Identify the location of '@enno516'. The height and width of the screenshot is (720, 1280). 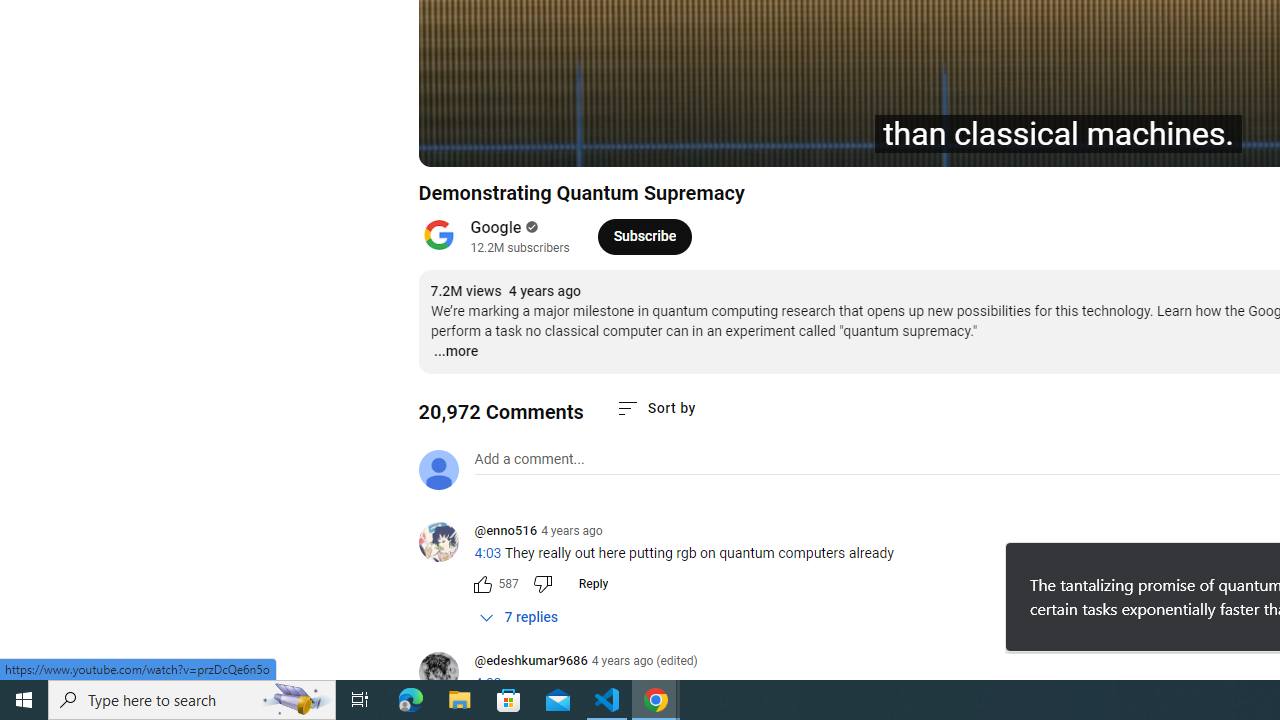
(505, 531).